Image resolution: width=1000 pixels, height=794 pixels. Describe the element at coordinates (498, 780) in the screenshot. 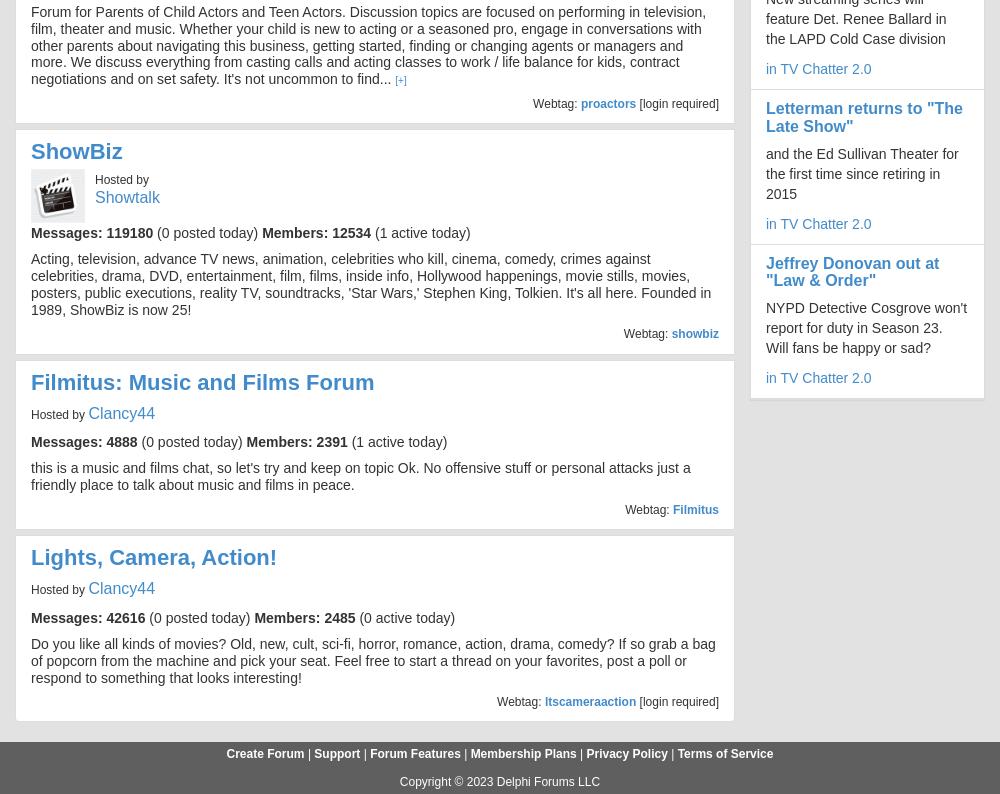

I see `'Copyright © 2023 Delphi Forums LLC'` at that location.